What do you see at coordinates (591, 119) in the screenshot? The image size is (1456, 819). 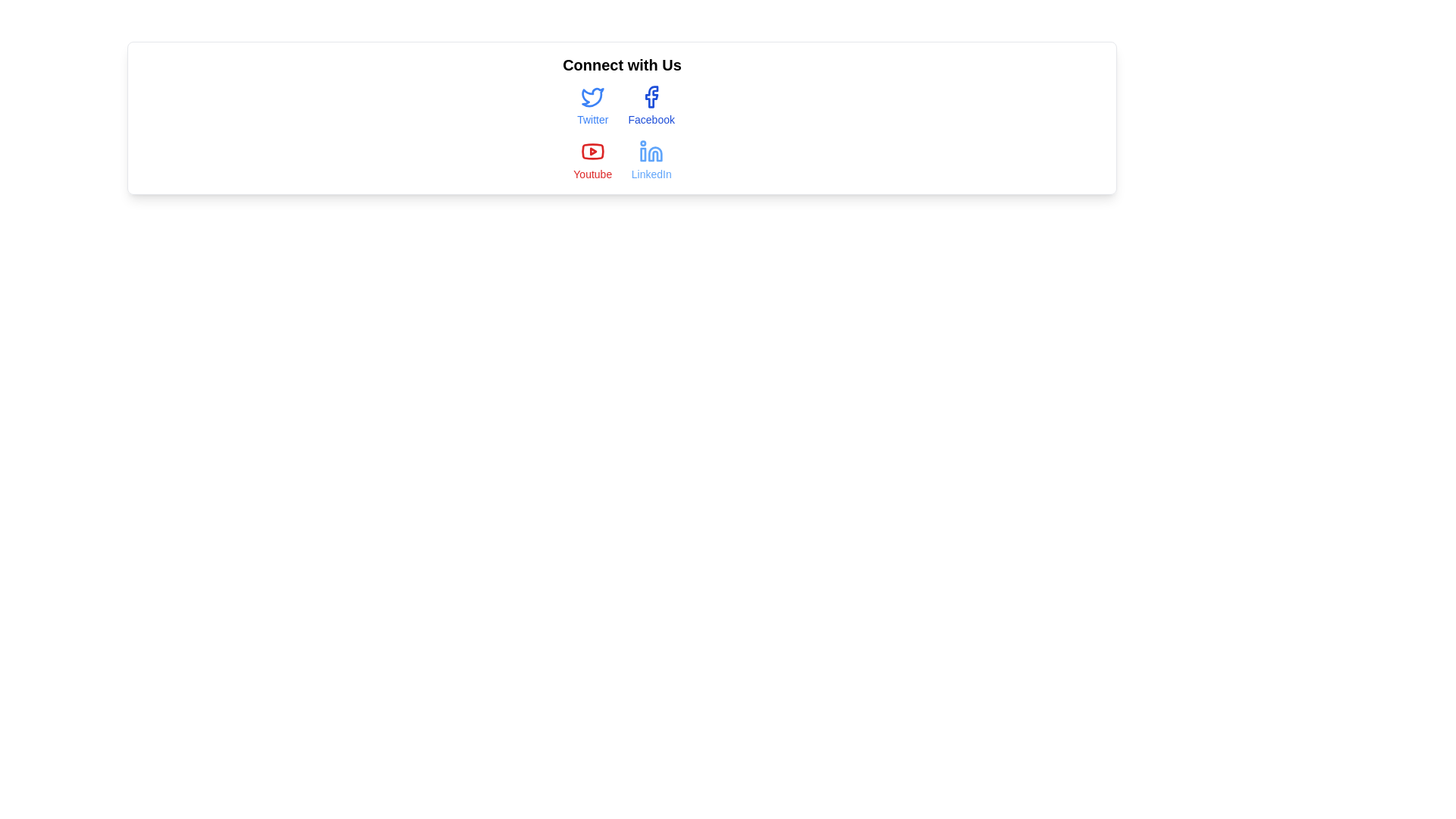 I see `the textual link labeled 'Twitter', which is styled in a smaller font size and positioned directly beneath the Twitter icon in the first column of social media links` at bounding box center [591, 119].